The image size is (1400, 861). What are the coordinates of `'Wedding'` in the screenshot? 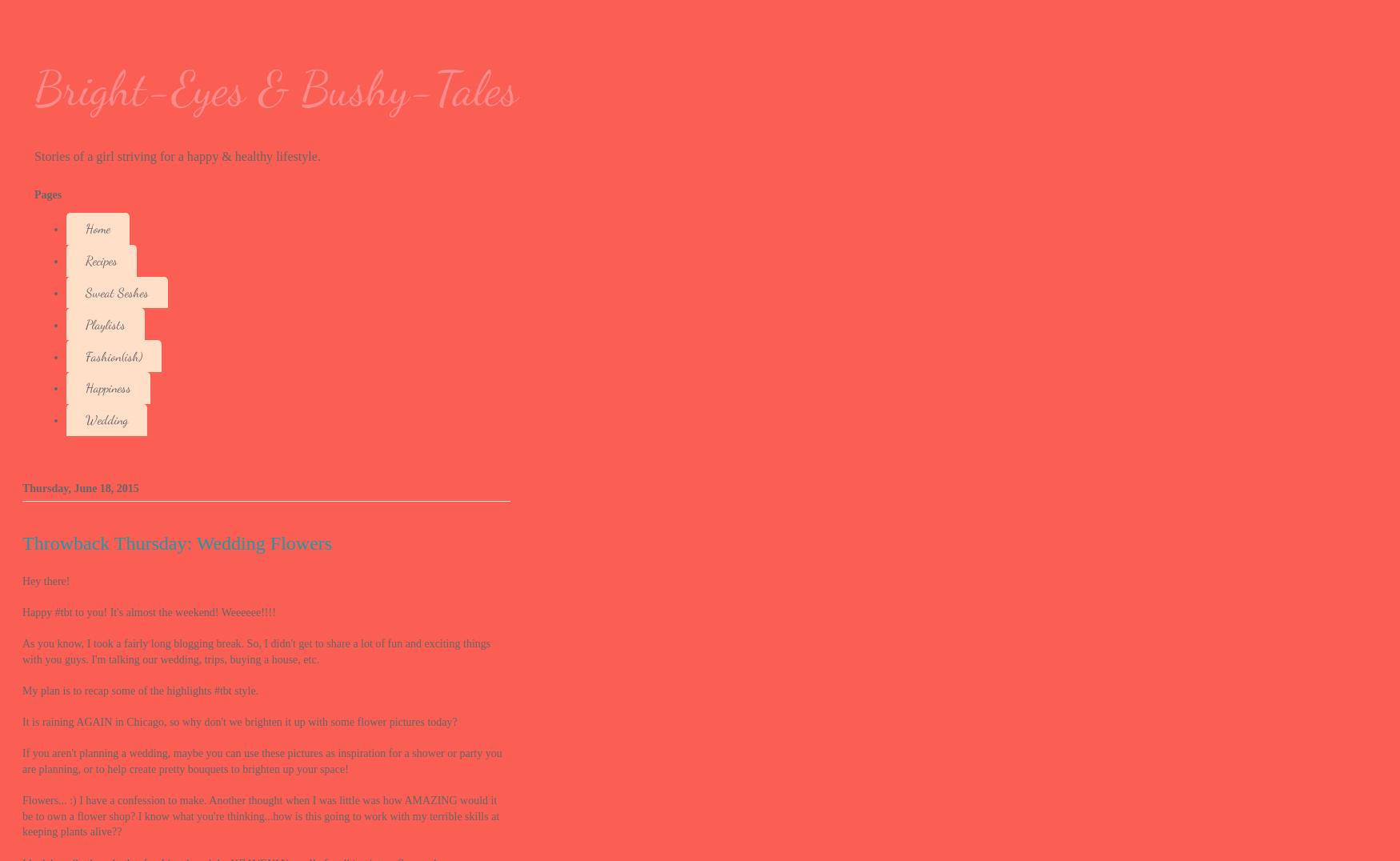 It's located at (85, 419).